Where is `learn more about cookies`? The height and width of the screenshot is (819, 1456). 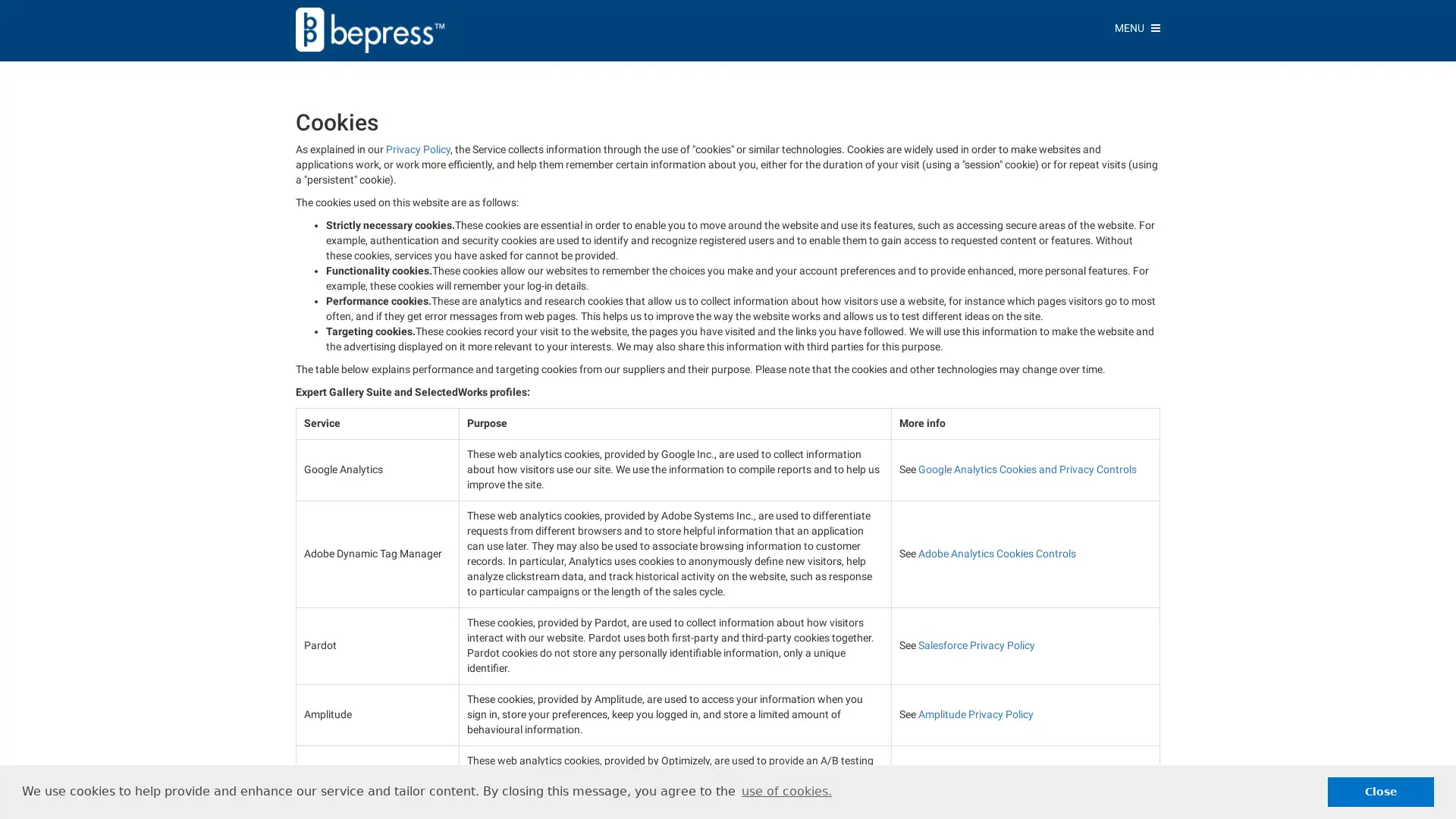
learn more about cookies is located at coordinates (786, 791).